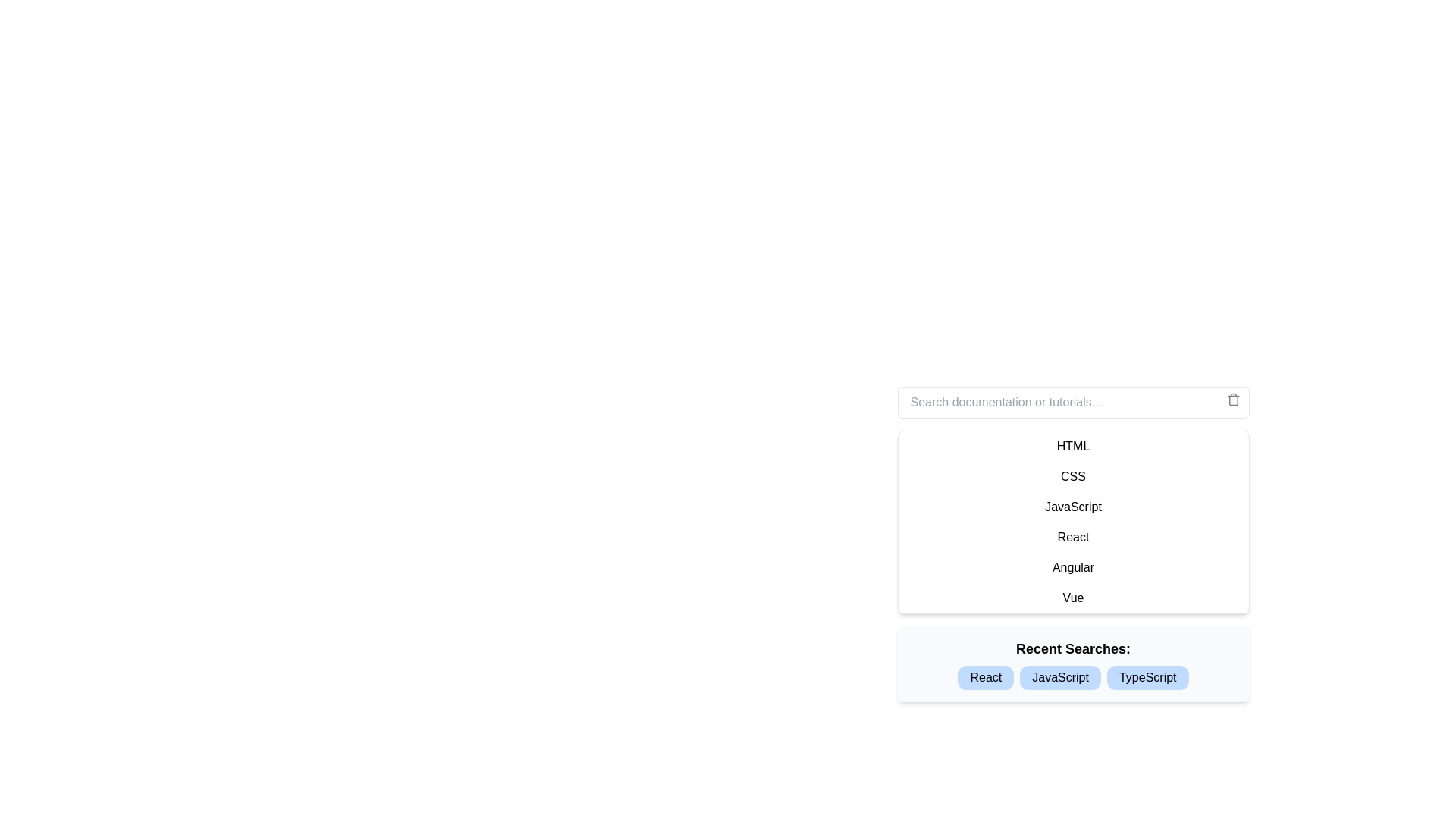 The width and height of the screenshot is (1456, 819). Describe the element at coordinates (1147, 677) in the screenshot. I see `the search history button for 'TypeScript'` at that location.